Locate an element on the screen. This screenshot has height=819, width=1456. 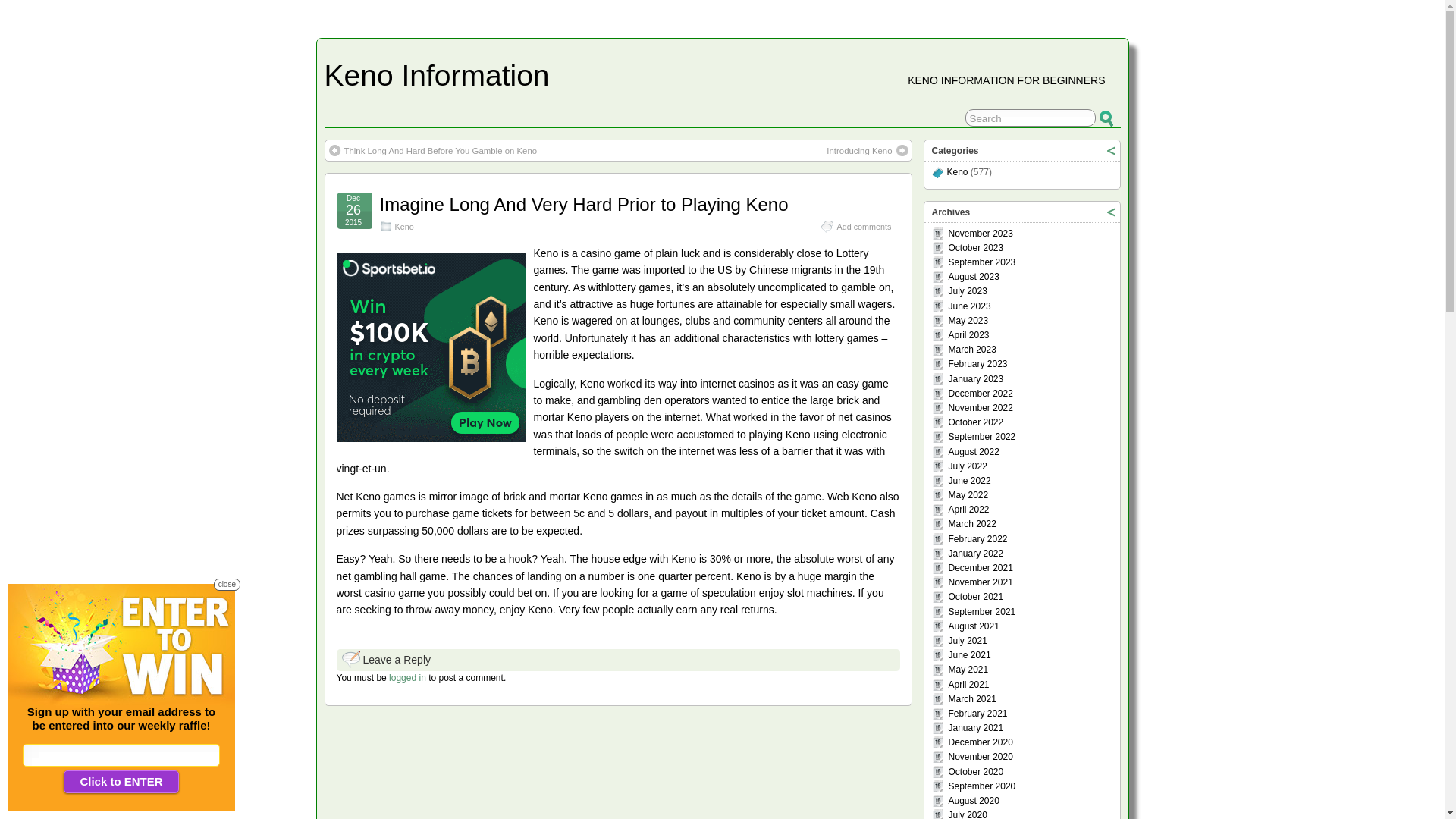
'October 2020' is located at coordinates (975, 772).